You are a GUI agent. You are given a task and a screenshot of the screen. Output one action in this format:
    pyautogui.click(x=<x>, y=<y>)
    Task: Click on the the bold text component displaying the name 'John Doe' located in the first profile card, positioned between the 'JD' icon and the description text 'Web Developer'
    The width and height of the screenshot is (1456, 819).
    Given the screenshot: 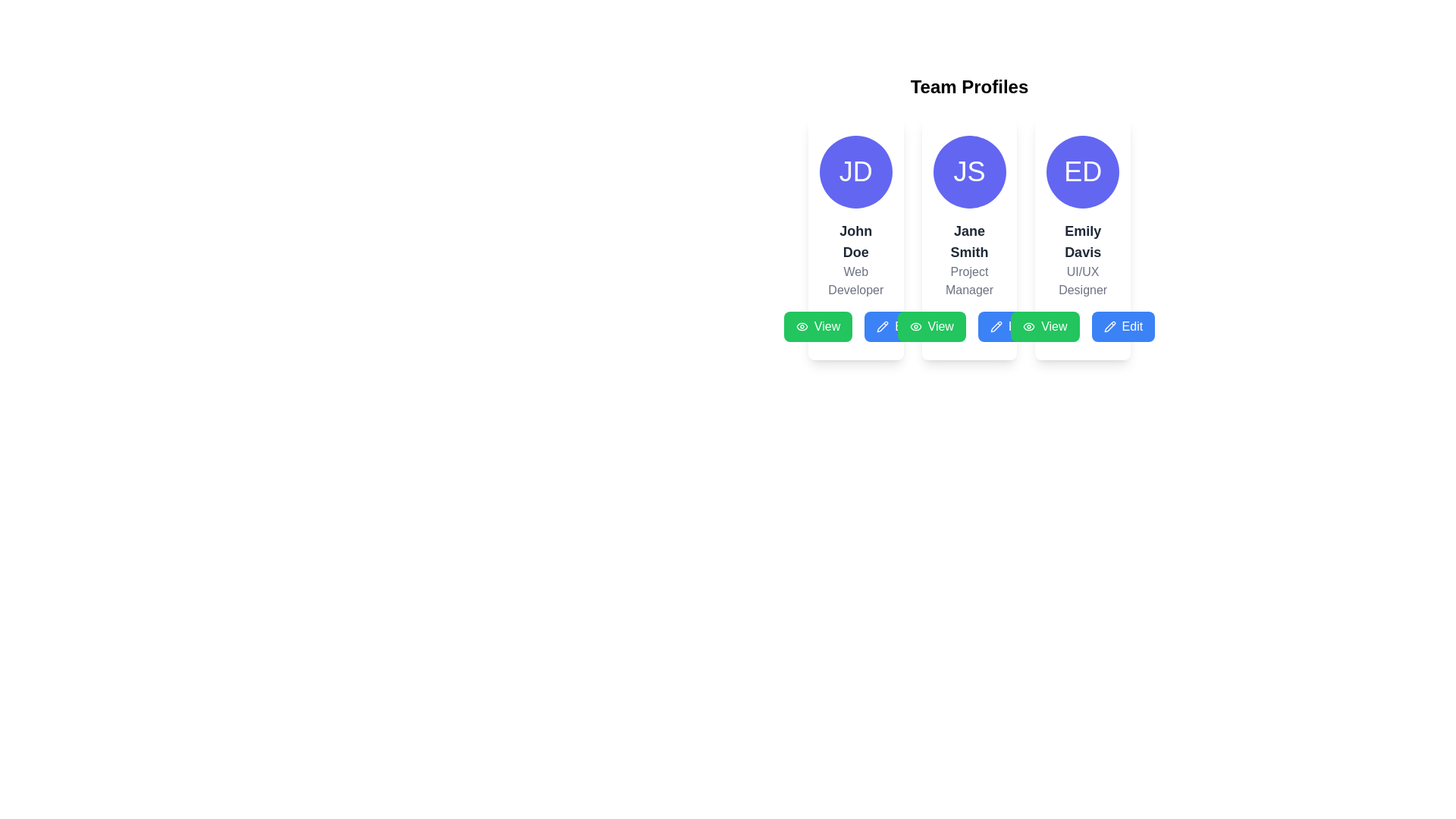 What is the action you would take?
    pyautogui.click(x=855, y=241)
    